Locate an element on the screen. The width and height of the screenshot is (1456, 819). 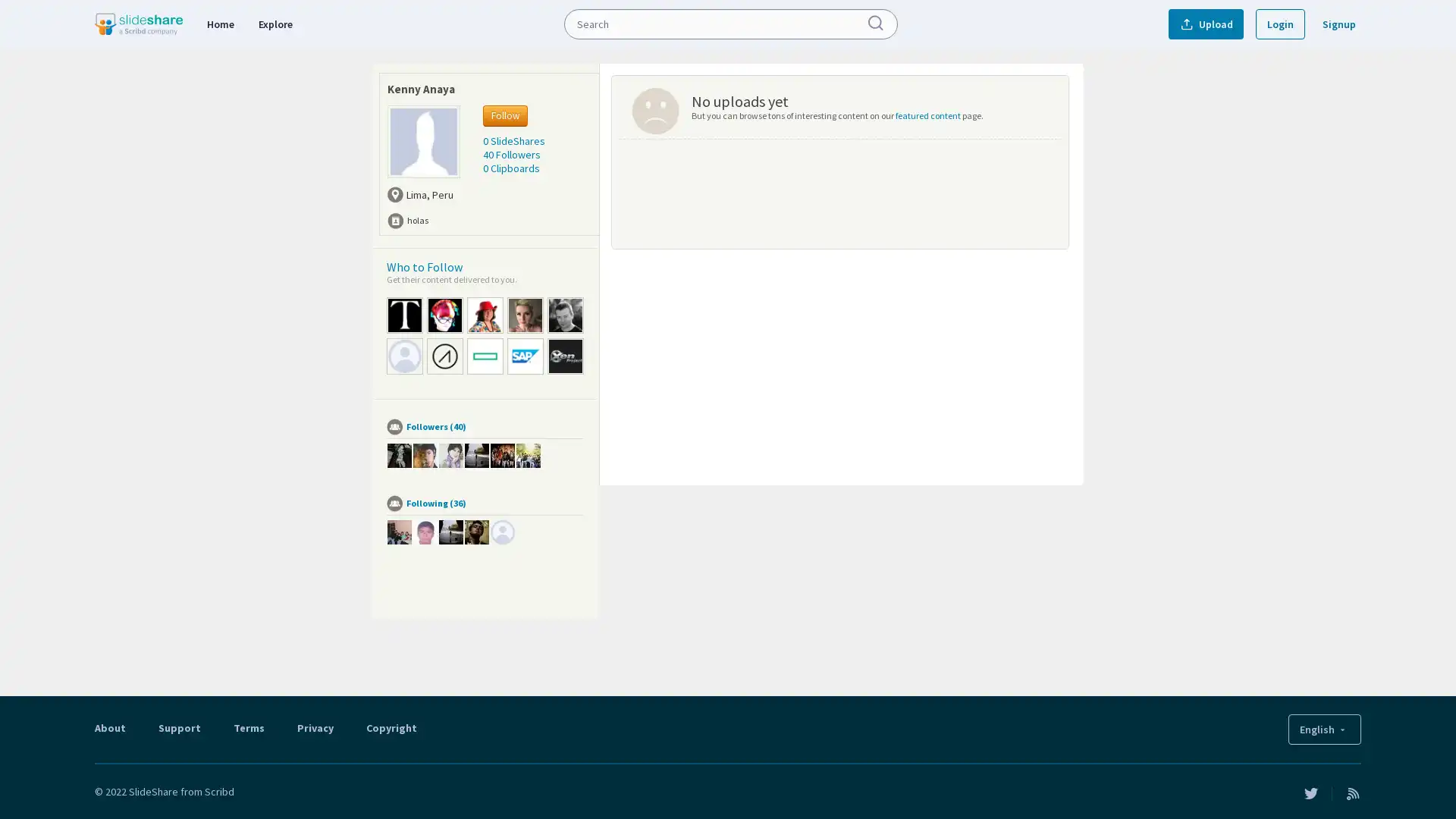
English is located at coordinates (1324, 728).